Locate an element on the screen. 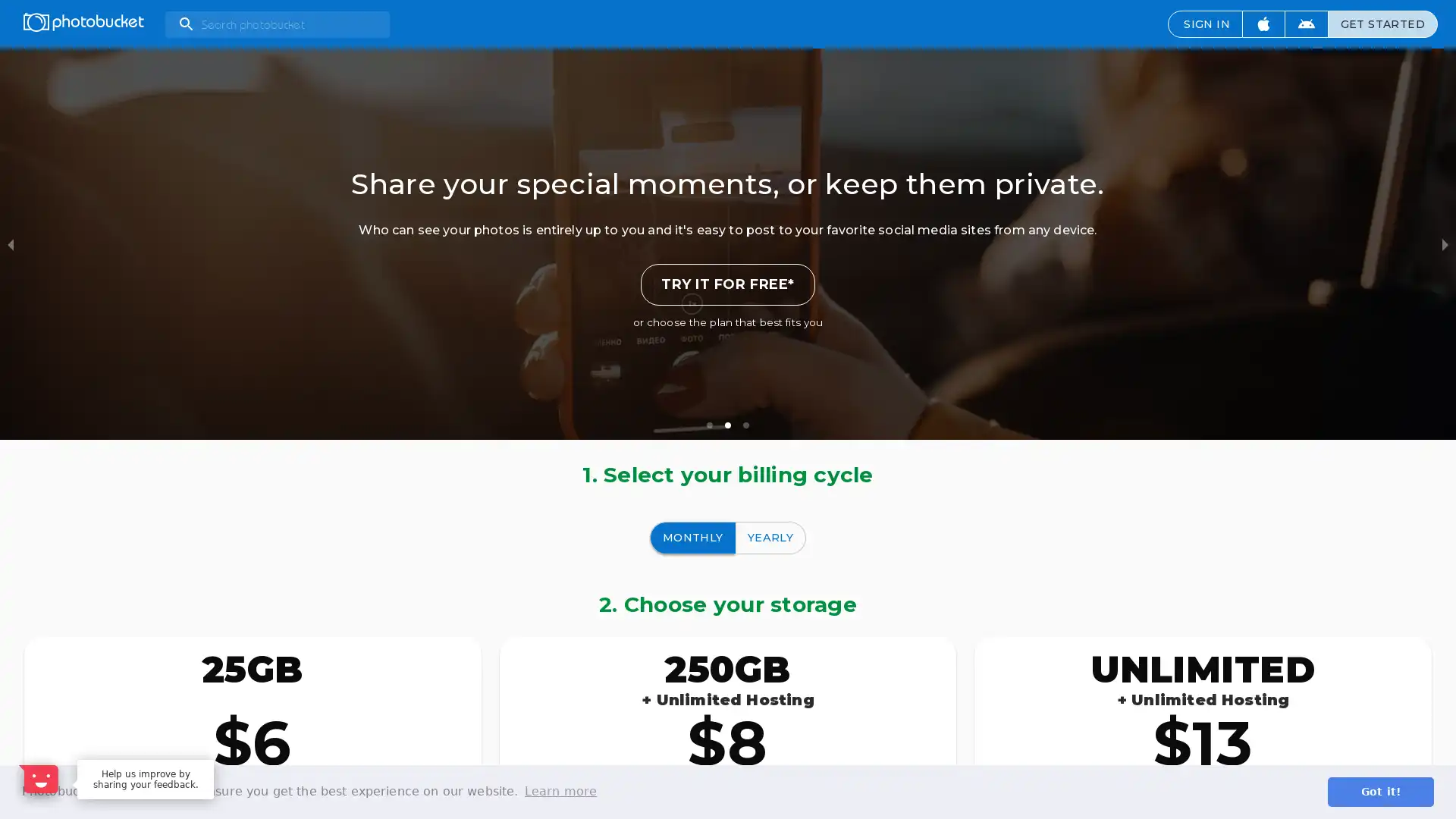 The height and width of the screenshot is (819, 1456). learn more about cookies is located at coordinates (560, 791).